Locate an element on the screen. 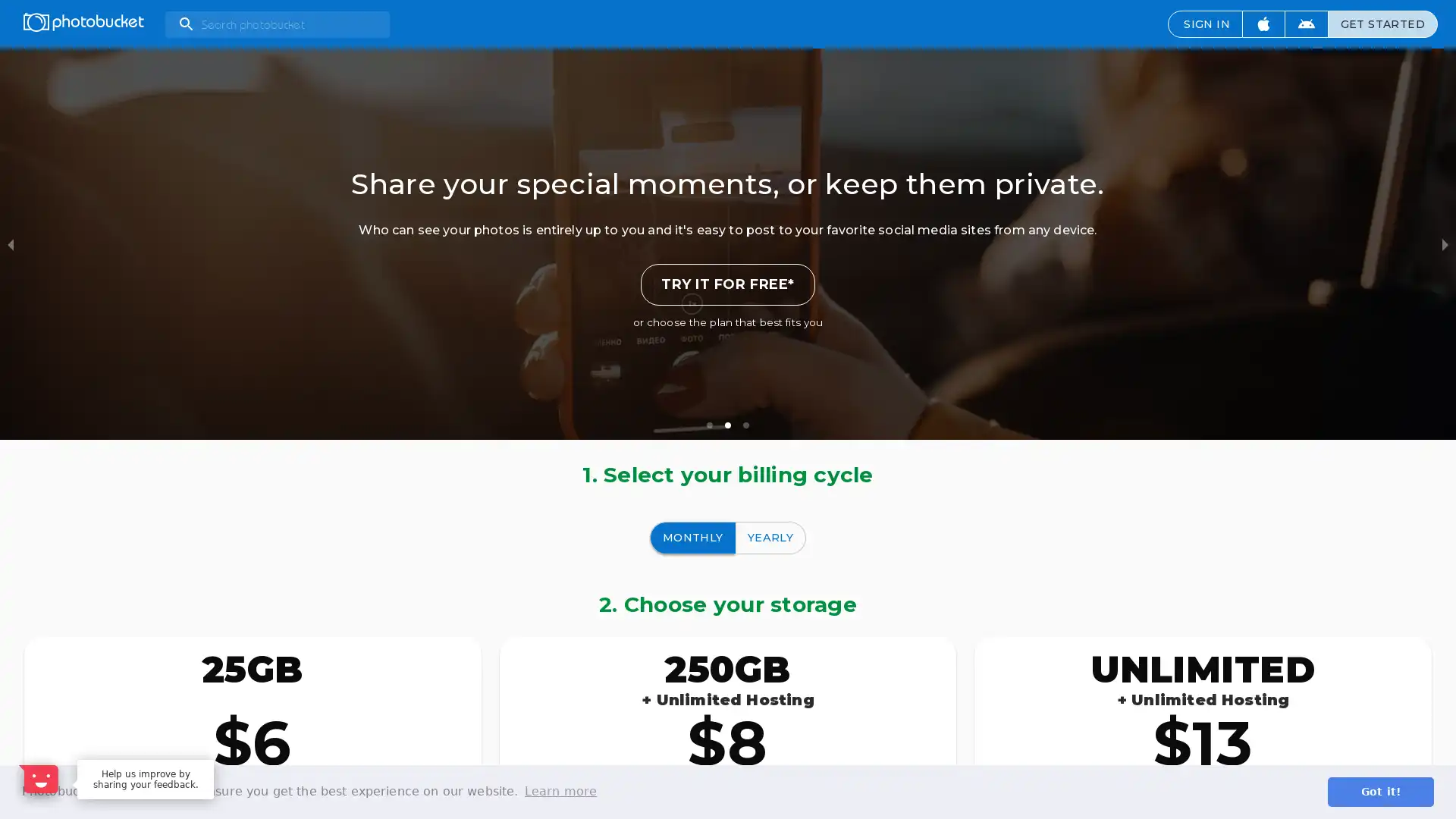 The height and width of the screenshot is (819, 1456). learn more about cookies is located at coordinates (560, 791).